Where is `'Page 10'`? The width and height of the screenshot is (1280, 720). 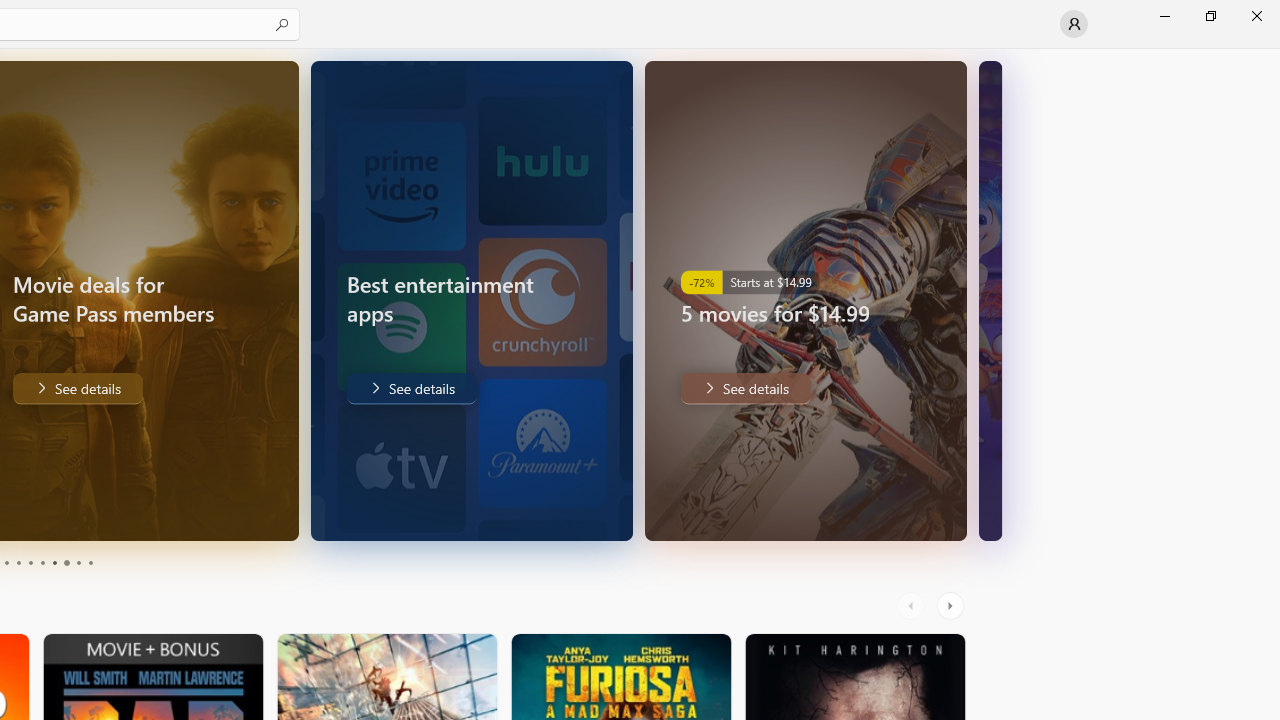
'Page 10' is located at coordinates (89, 563).